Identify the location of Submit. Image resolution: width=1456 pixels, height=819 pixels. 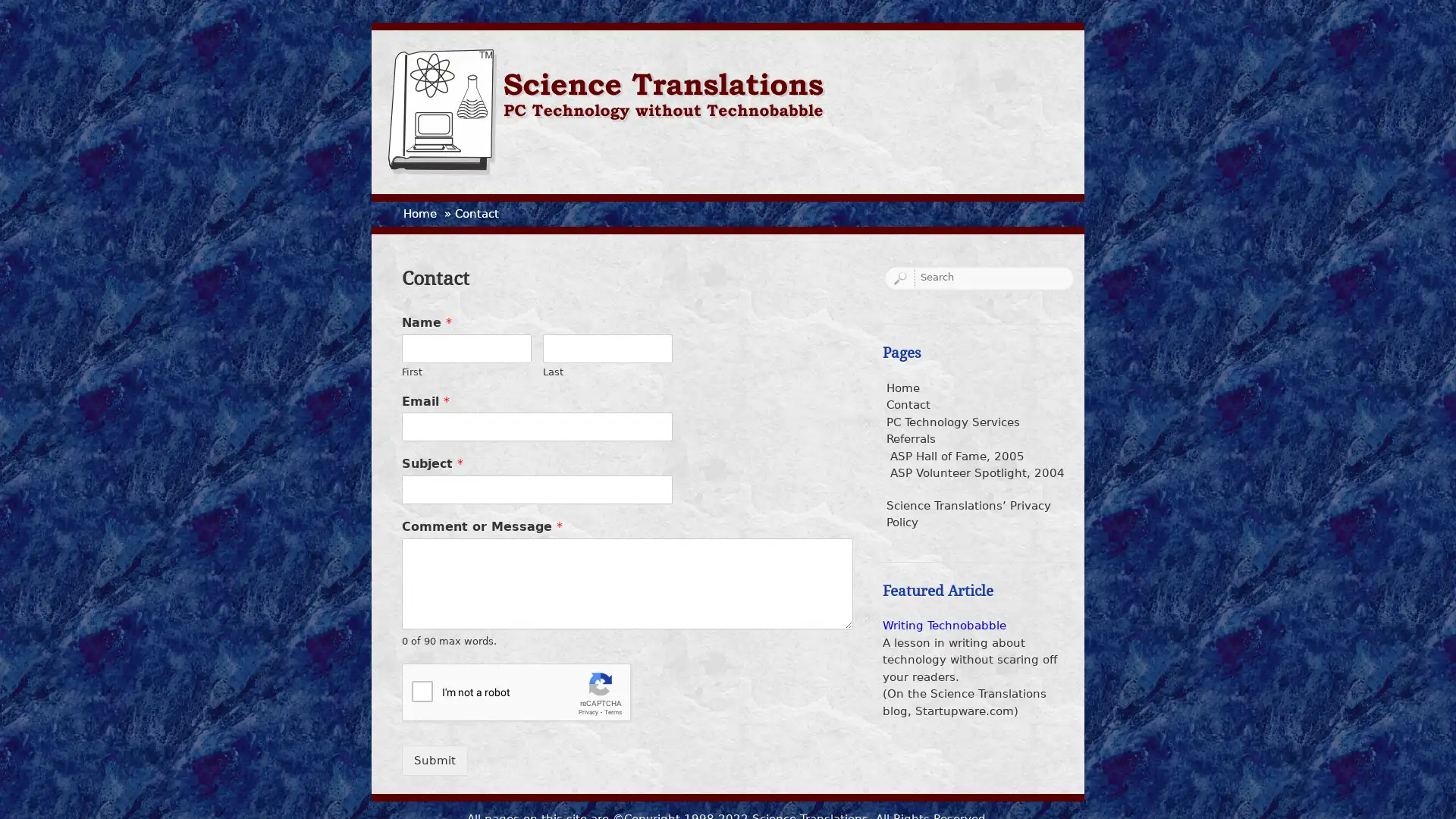
(434, 760).